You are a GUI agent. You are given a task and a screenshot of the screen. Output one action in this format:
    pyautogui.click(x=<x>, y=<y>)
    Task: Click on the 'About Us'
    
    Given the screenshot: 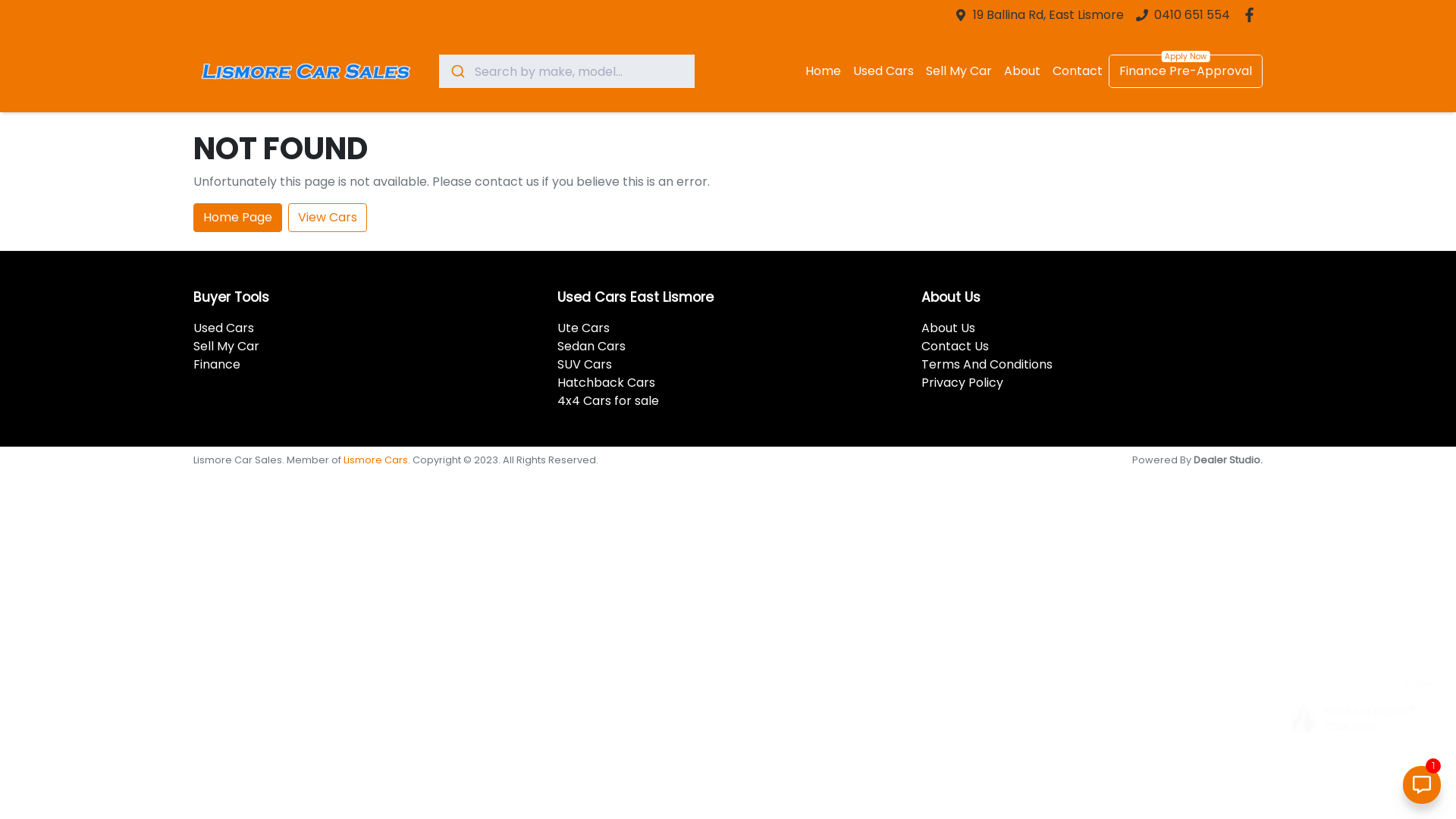 What is the action you would take?
    pyautogui.click(x=947, y=327)
    